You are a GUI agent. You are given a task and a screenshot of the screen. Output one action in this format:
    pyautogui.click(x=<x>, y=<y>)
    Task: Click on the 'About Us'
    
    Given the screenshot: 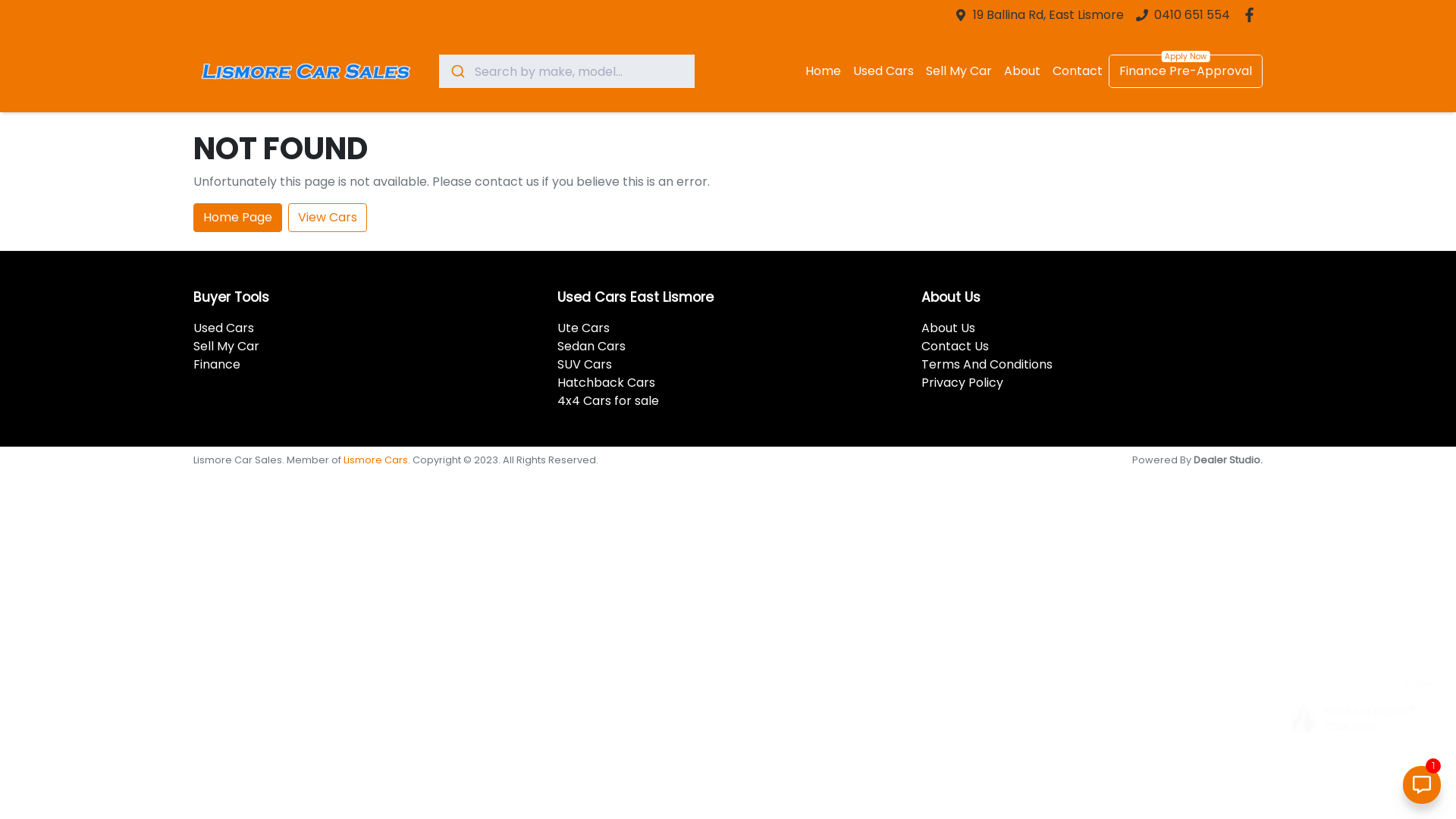 What is the action you would take?
    pyautogui.click(x=947, y=327)
    